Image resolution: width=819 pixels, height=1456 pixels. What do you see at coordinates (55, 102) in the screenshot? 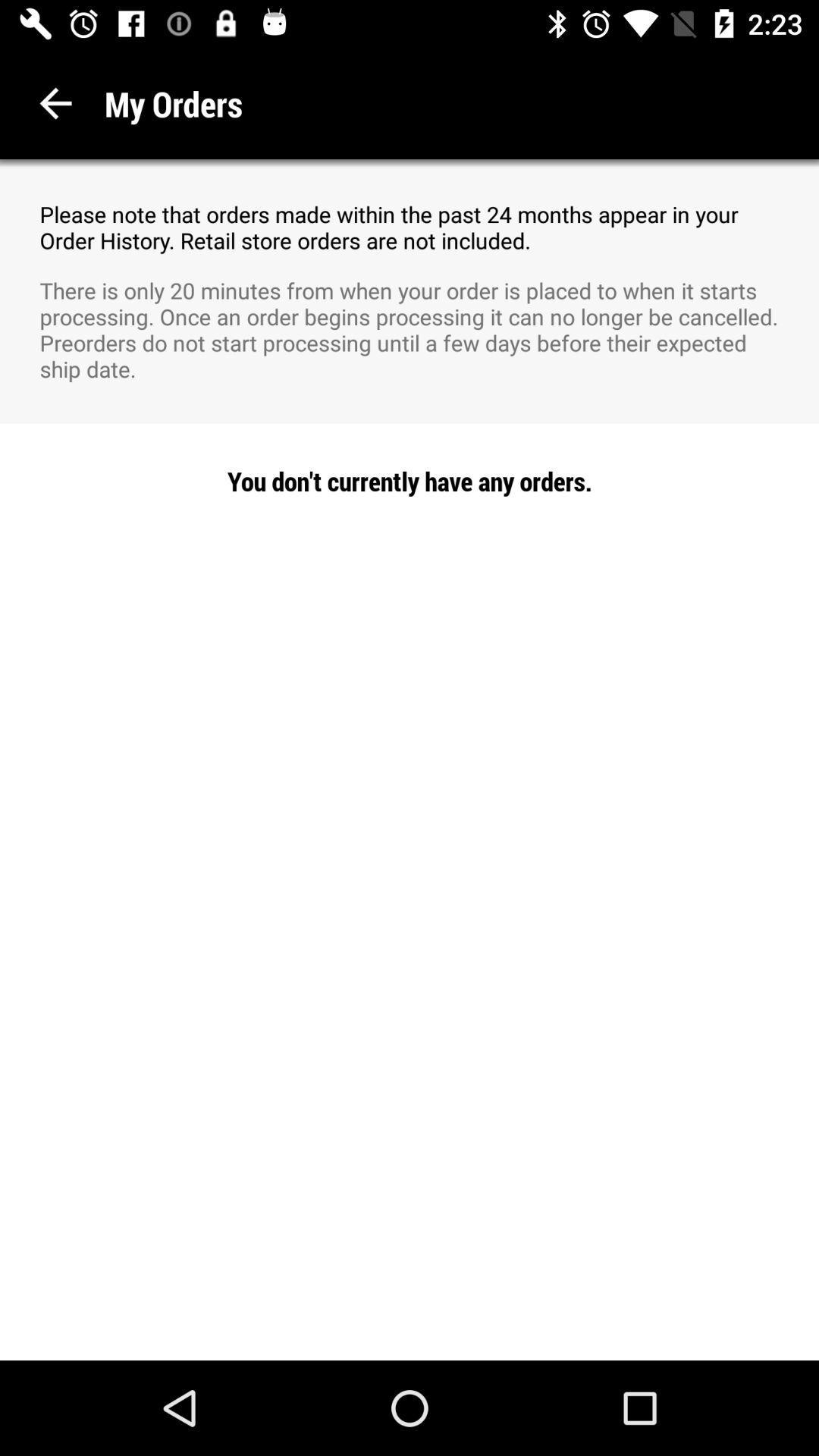
I see `icon next to the my orders item` at bounding box center [55, 102].